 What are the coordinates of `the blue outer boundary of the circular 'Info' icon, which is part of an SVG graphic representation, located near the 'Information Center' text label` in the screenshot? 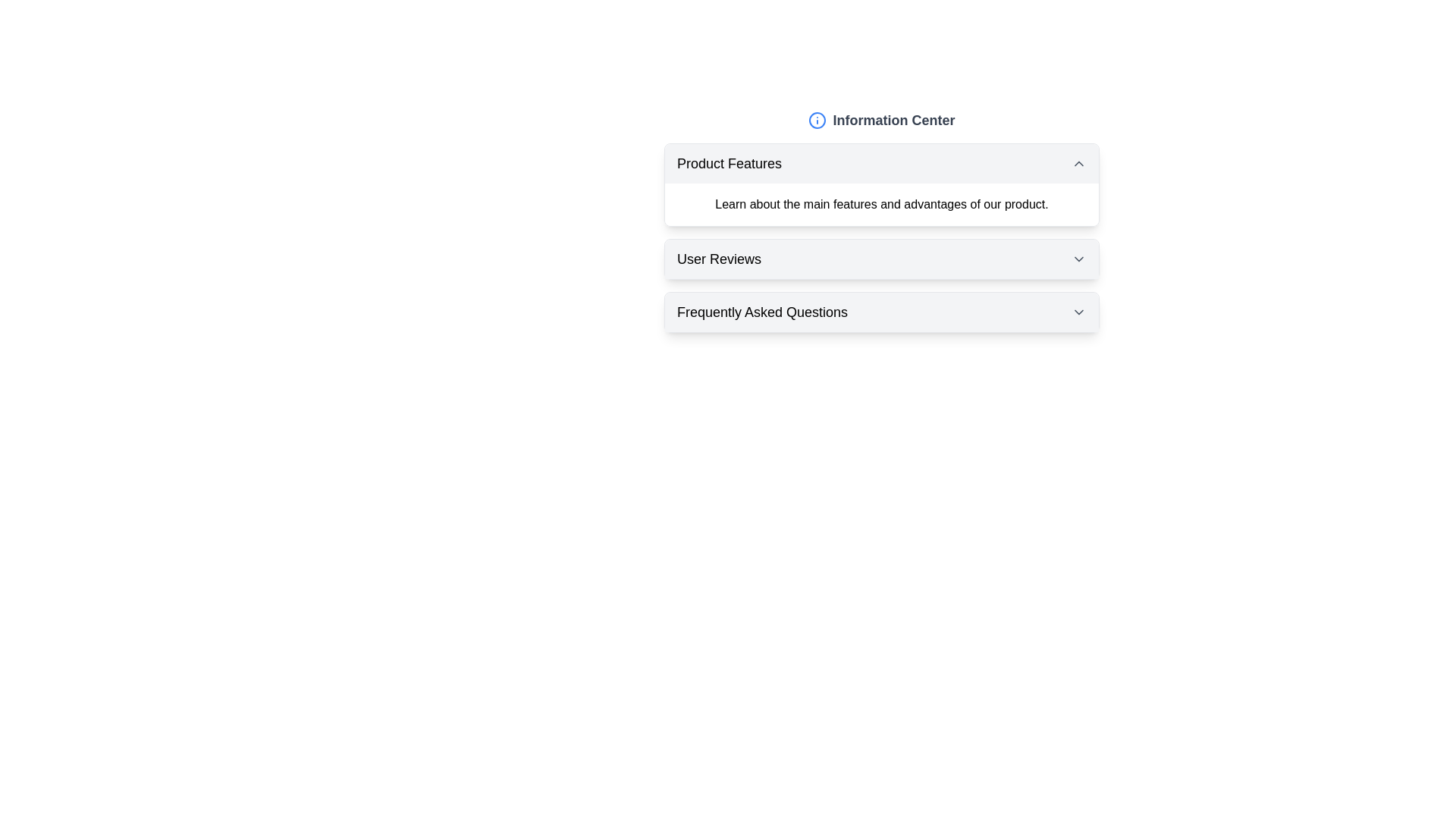 It's located at (817, 119).